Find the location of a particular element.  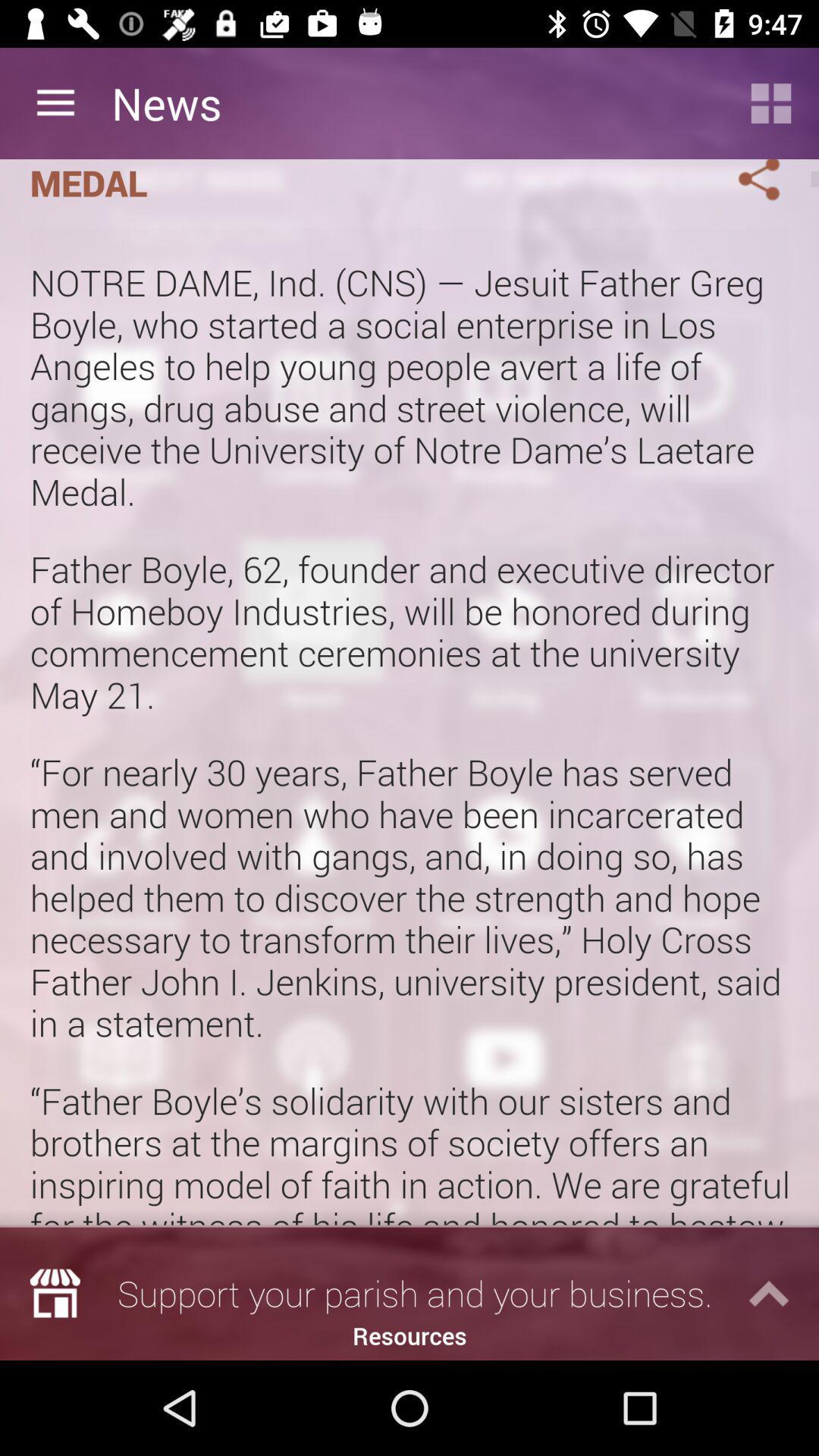

the item next to news is located at coordinates (55, 102).